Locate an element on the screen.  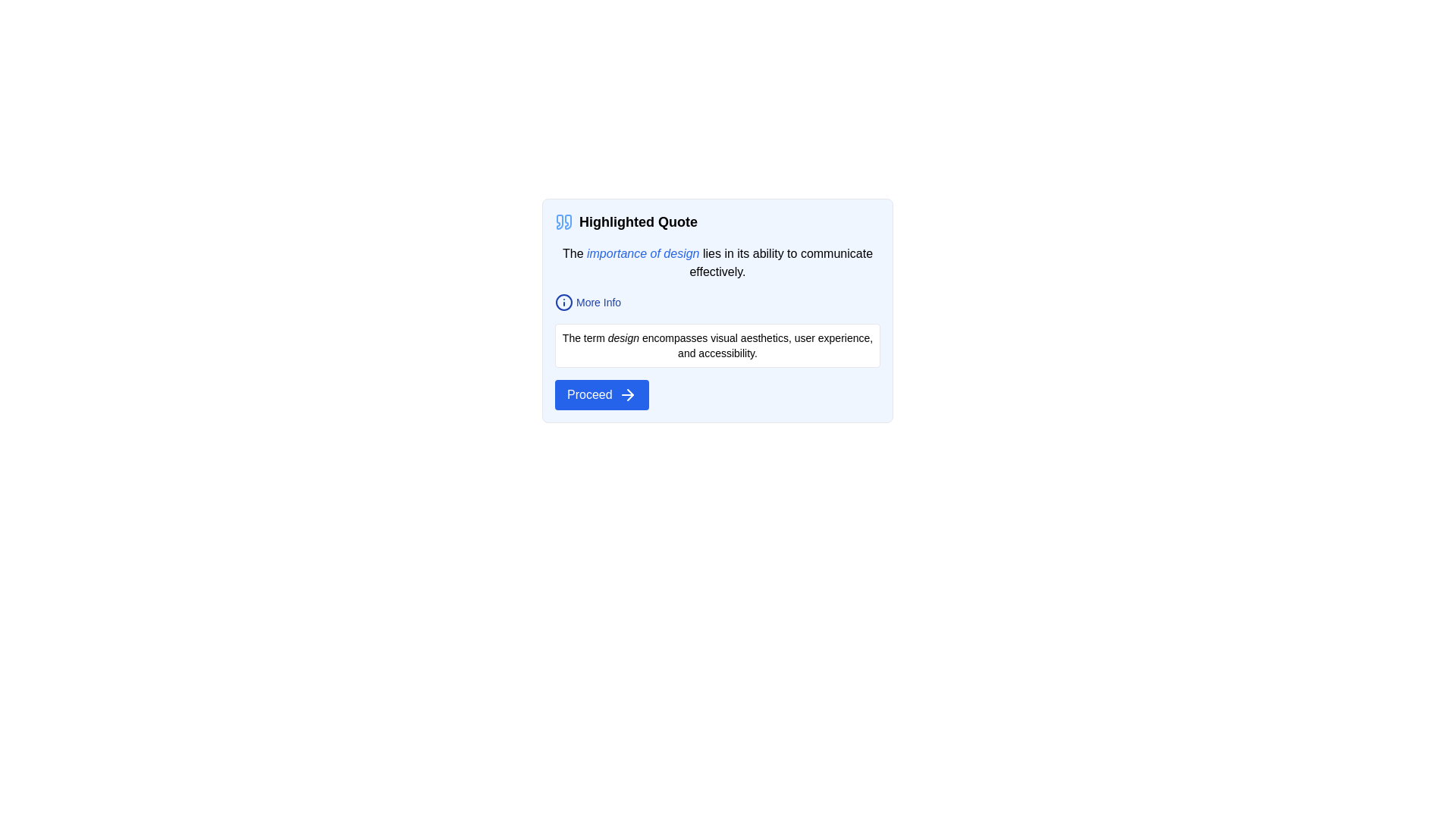
the button containing the 'Proceed' text label is located at coordinates (588, 394).